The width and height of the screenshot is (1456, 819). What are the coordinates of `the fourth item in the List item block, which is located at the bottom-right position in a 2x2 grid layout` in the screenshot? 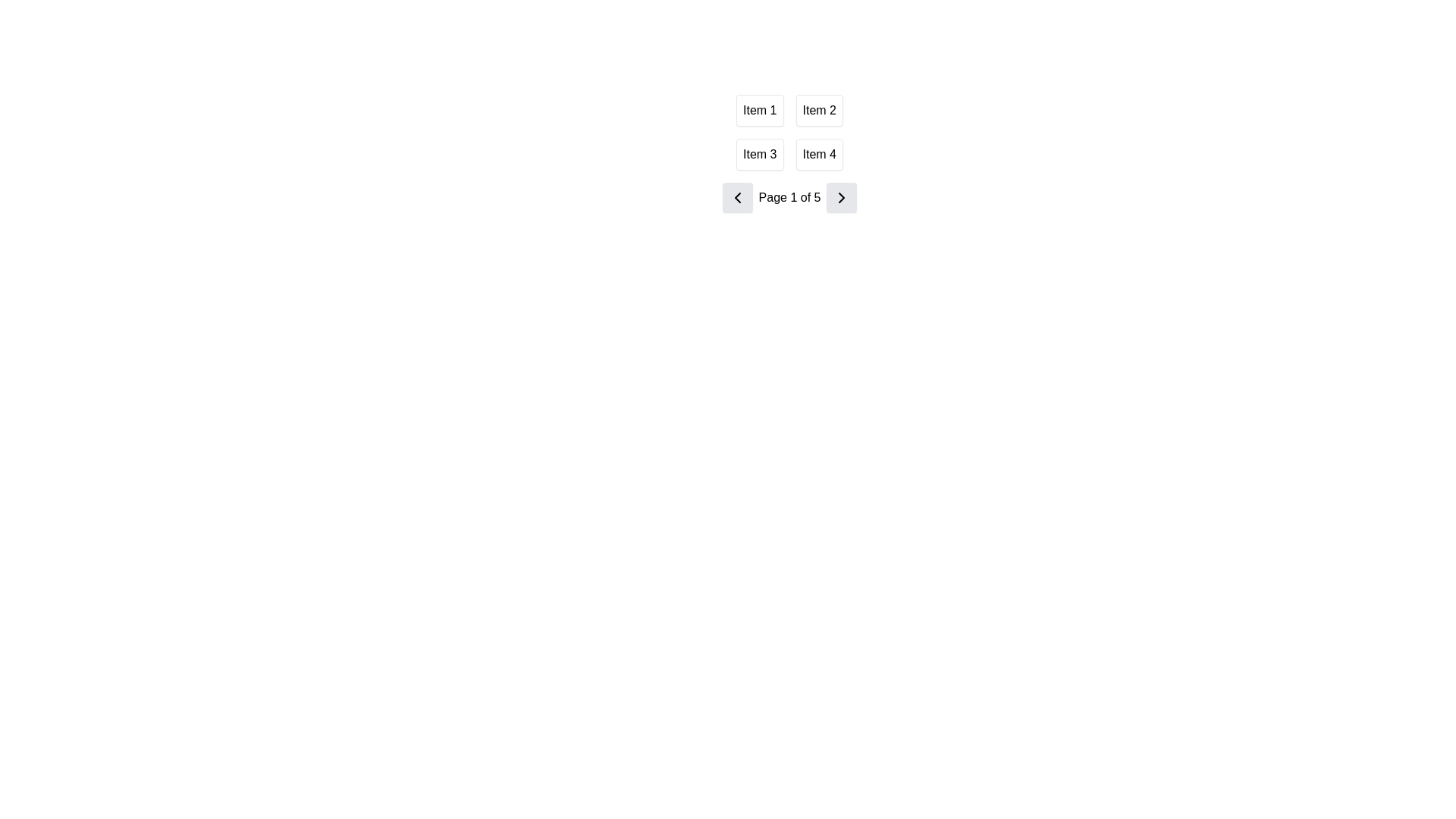 It's located at (818, 155).